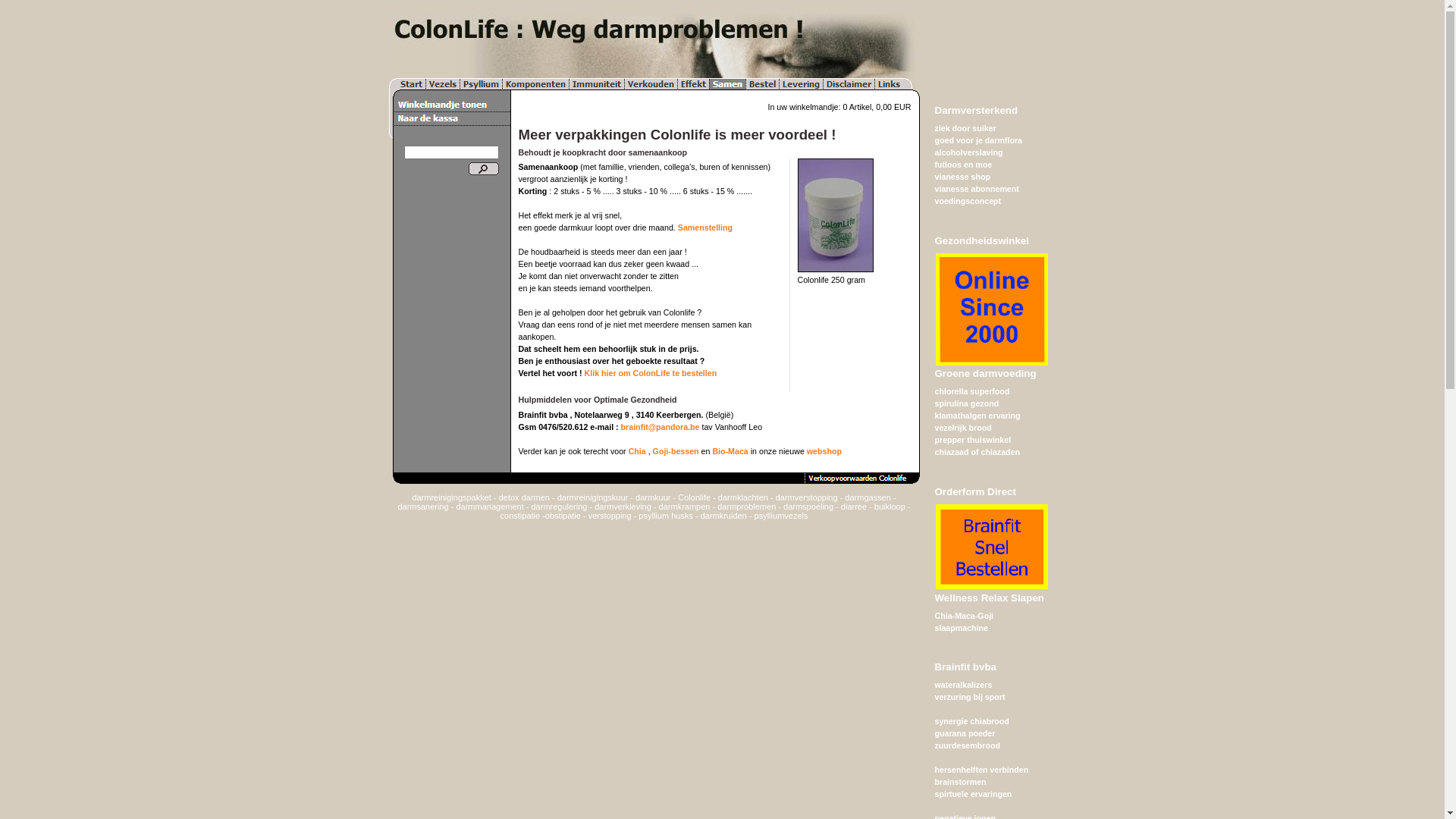  What do you see at coordinates (730, 450) in the screenshot?
I see `'Bio-Maca'` at bounding box center [730, 450].